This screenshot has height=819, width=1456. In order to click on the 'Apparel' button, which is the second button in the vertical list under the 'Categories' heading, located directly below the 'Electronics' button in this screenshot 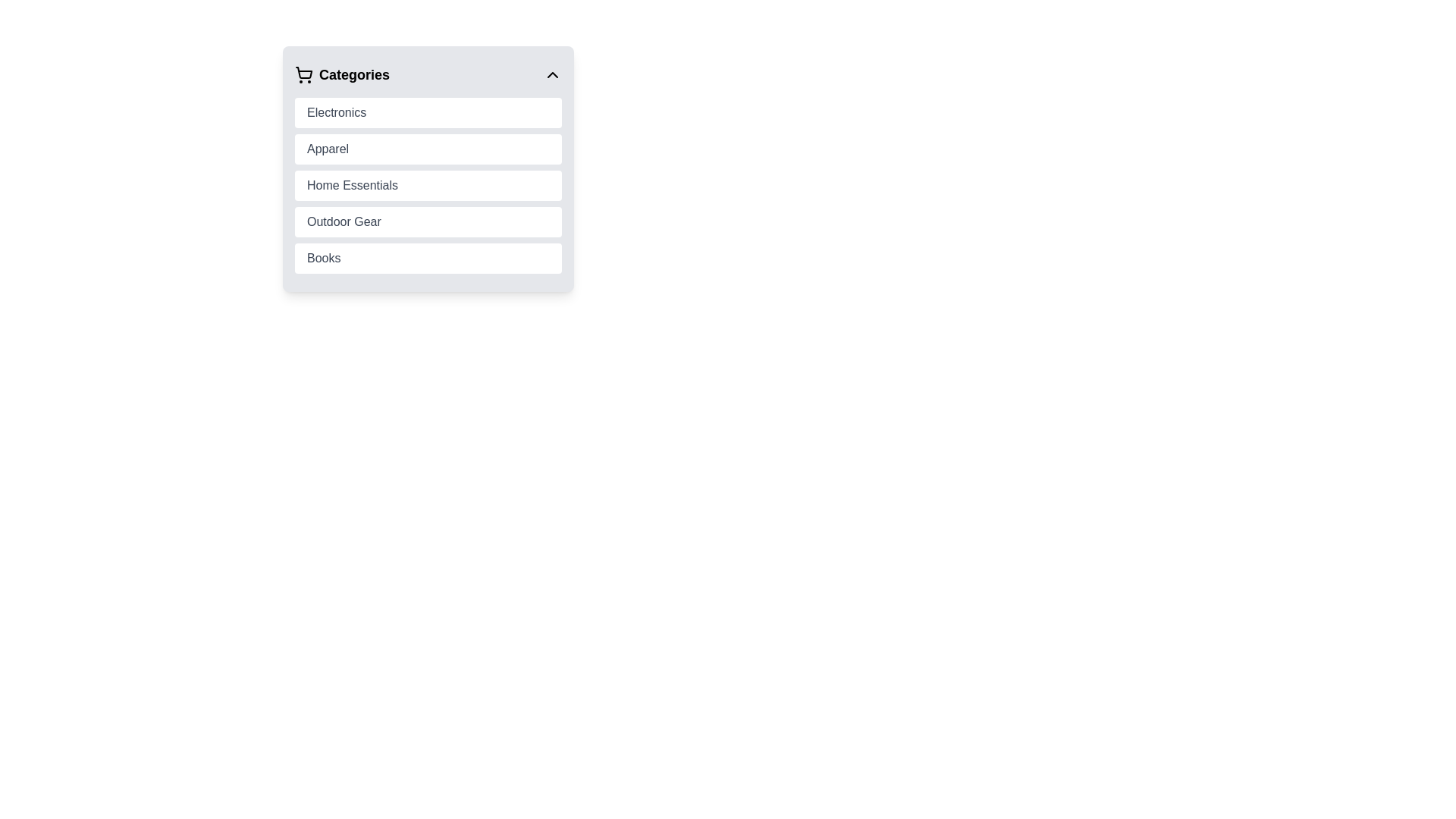, I will do `click(428, 169)`.